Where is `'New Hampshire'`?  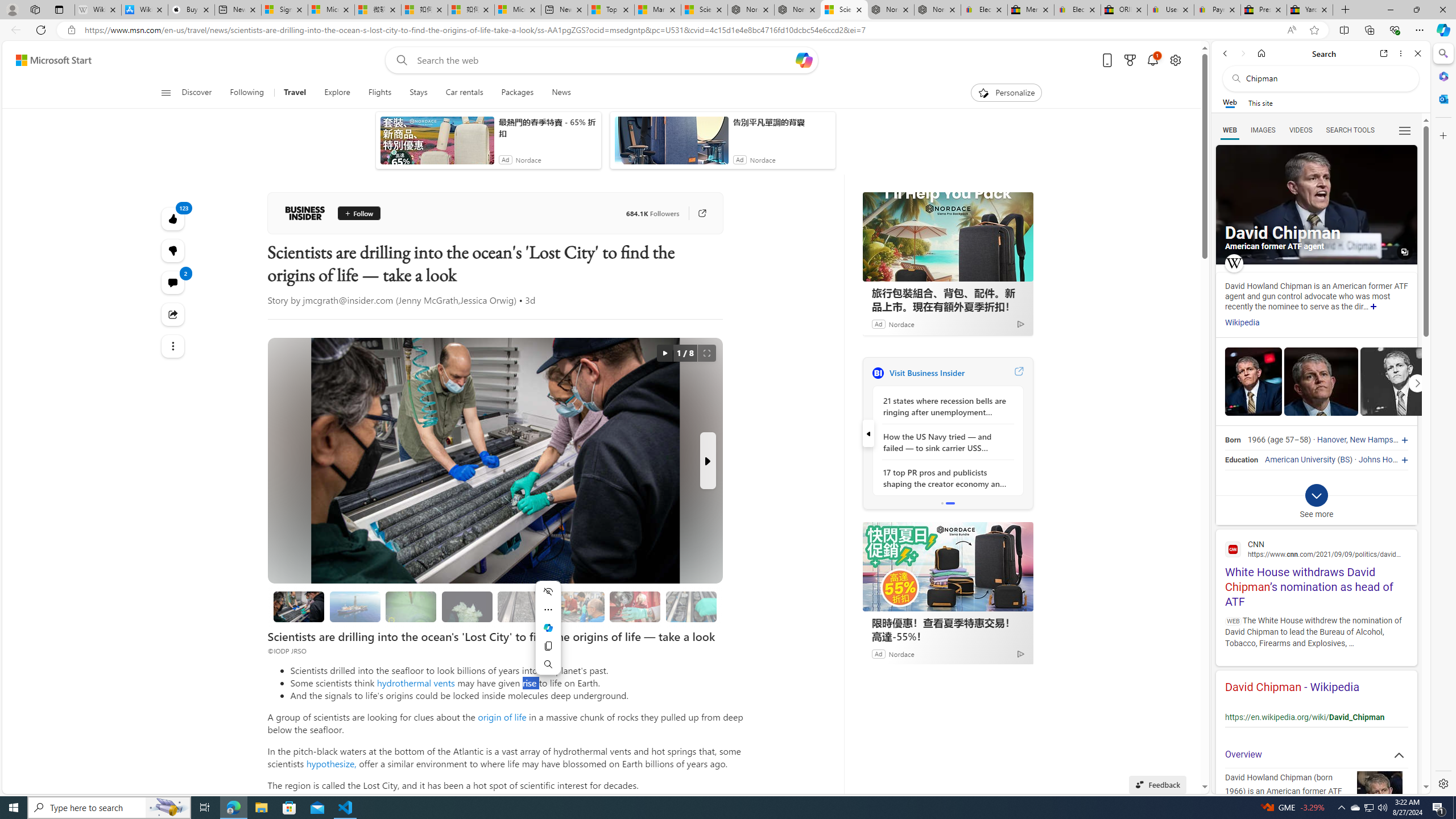 'New Hampshire' is located at coordinates (1378, 440).